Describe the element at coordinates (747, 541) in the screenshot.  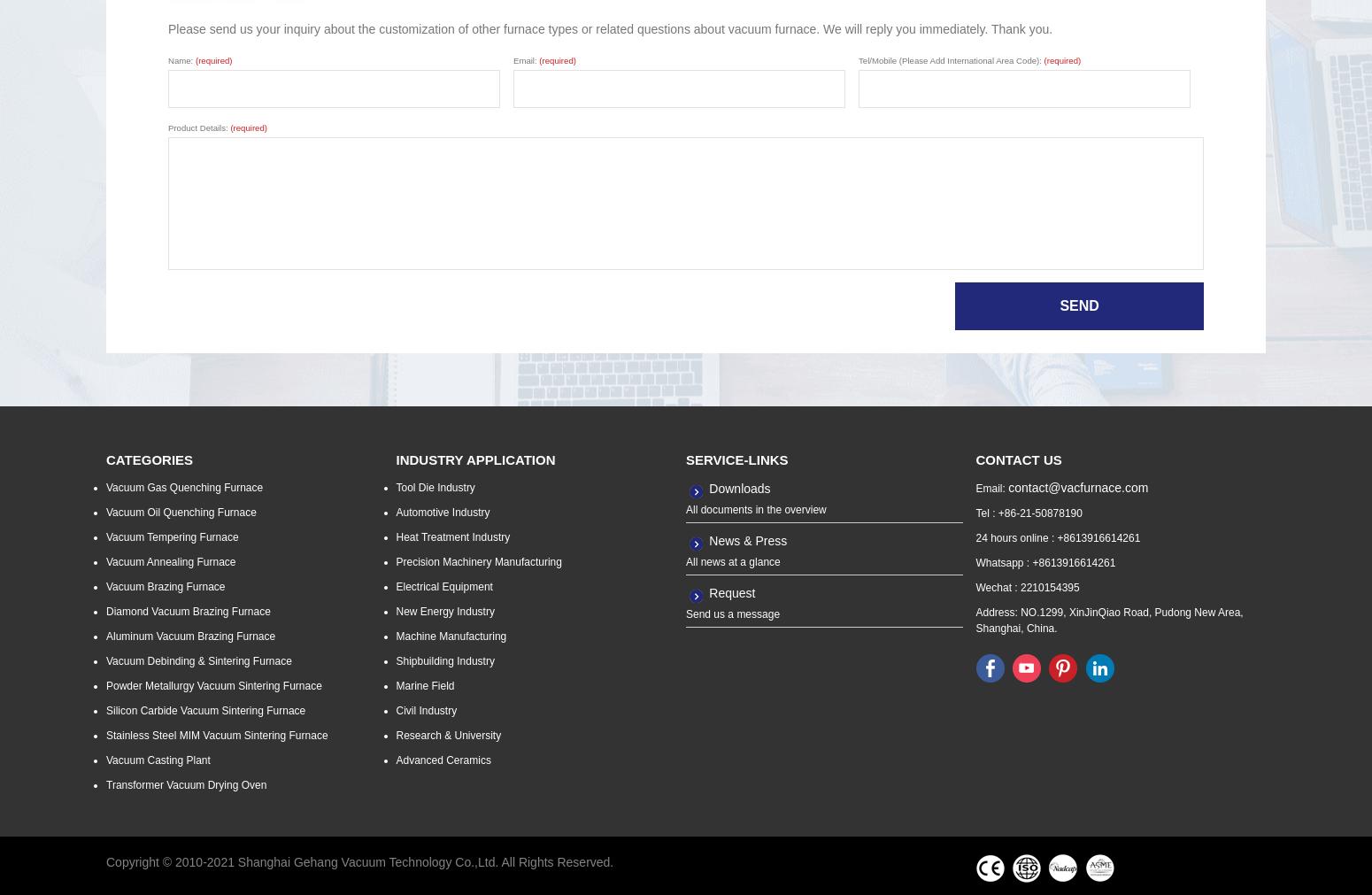
I see `'News & Press'` at that location.